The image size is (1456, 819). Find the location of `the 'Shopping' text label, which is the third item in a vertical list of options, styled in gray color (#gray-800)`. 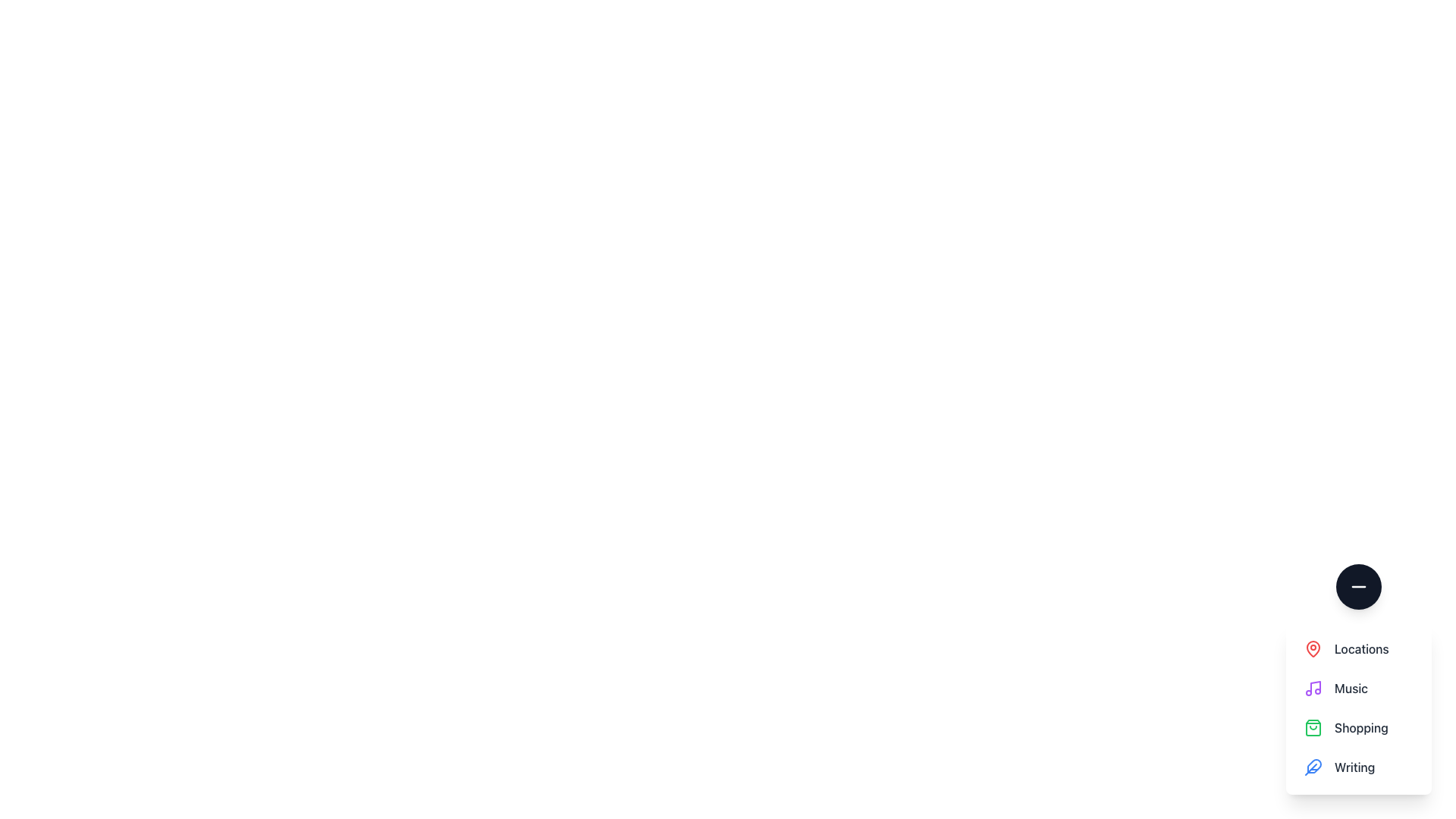

the 'Shopping' text label, which is the third item in a vertical list of options, styled in gray color (#gray-800) is located at coordinates (1361, 727).